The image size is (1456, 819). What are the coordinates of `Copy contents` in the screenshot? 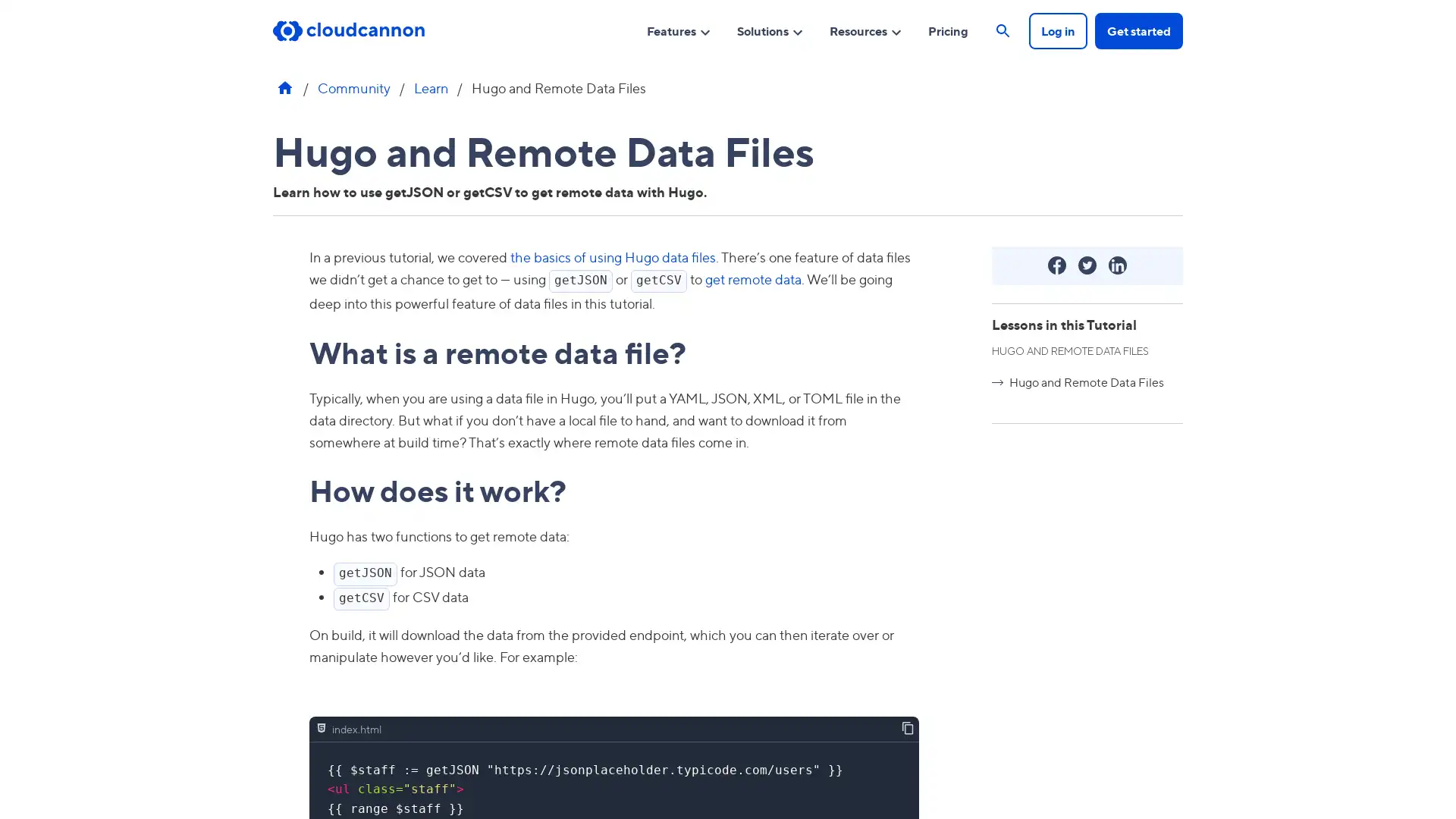 It's located at (908, 727).